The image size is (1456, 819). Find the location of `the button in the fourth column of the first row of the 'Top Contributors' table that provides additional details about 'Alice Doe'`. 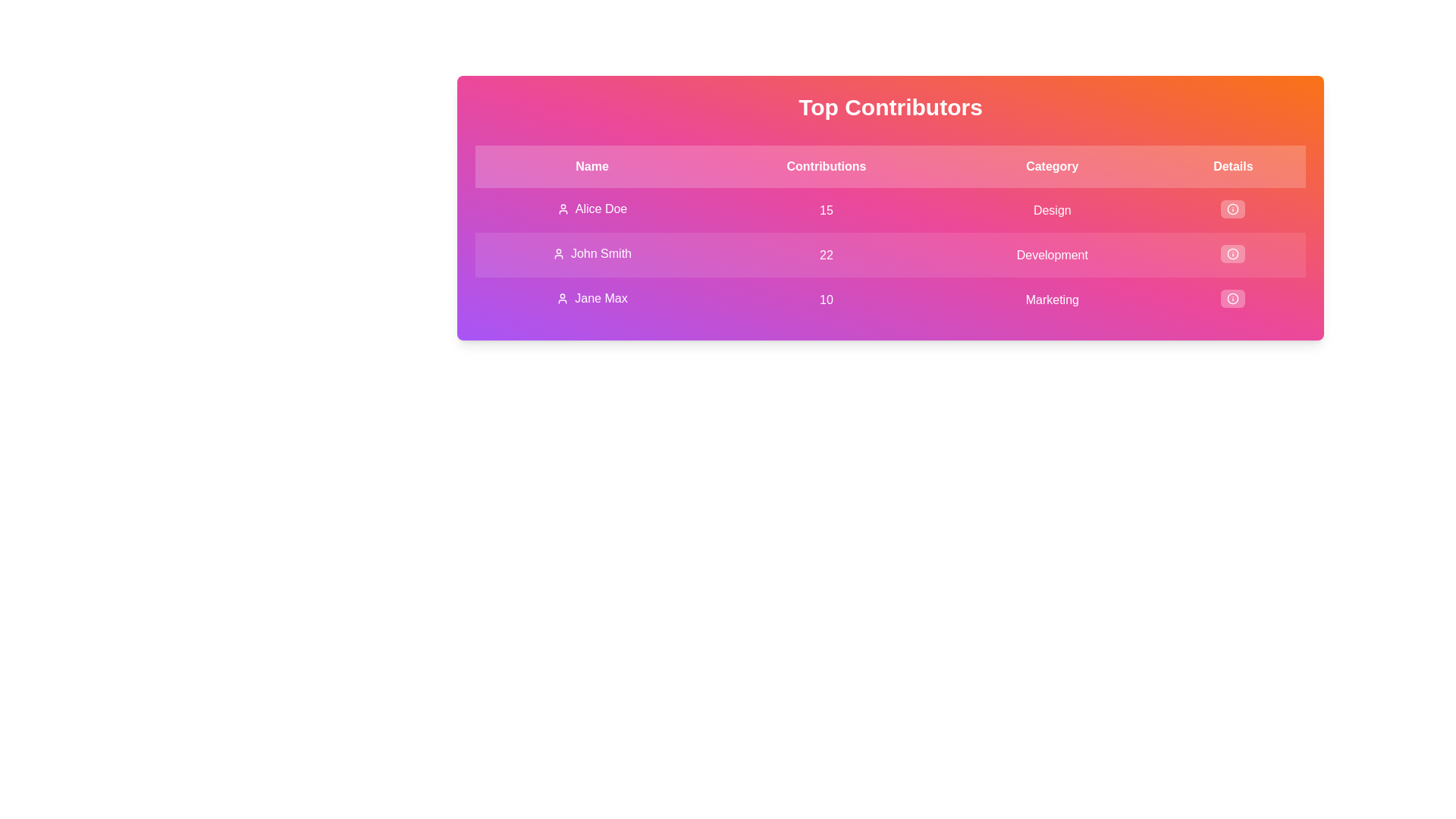

the button in the fourth column of the first row of the 'Top Contributors' table that provides additional details about 'Alice Doe' is located at coordinates (1233, 210).